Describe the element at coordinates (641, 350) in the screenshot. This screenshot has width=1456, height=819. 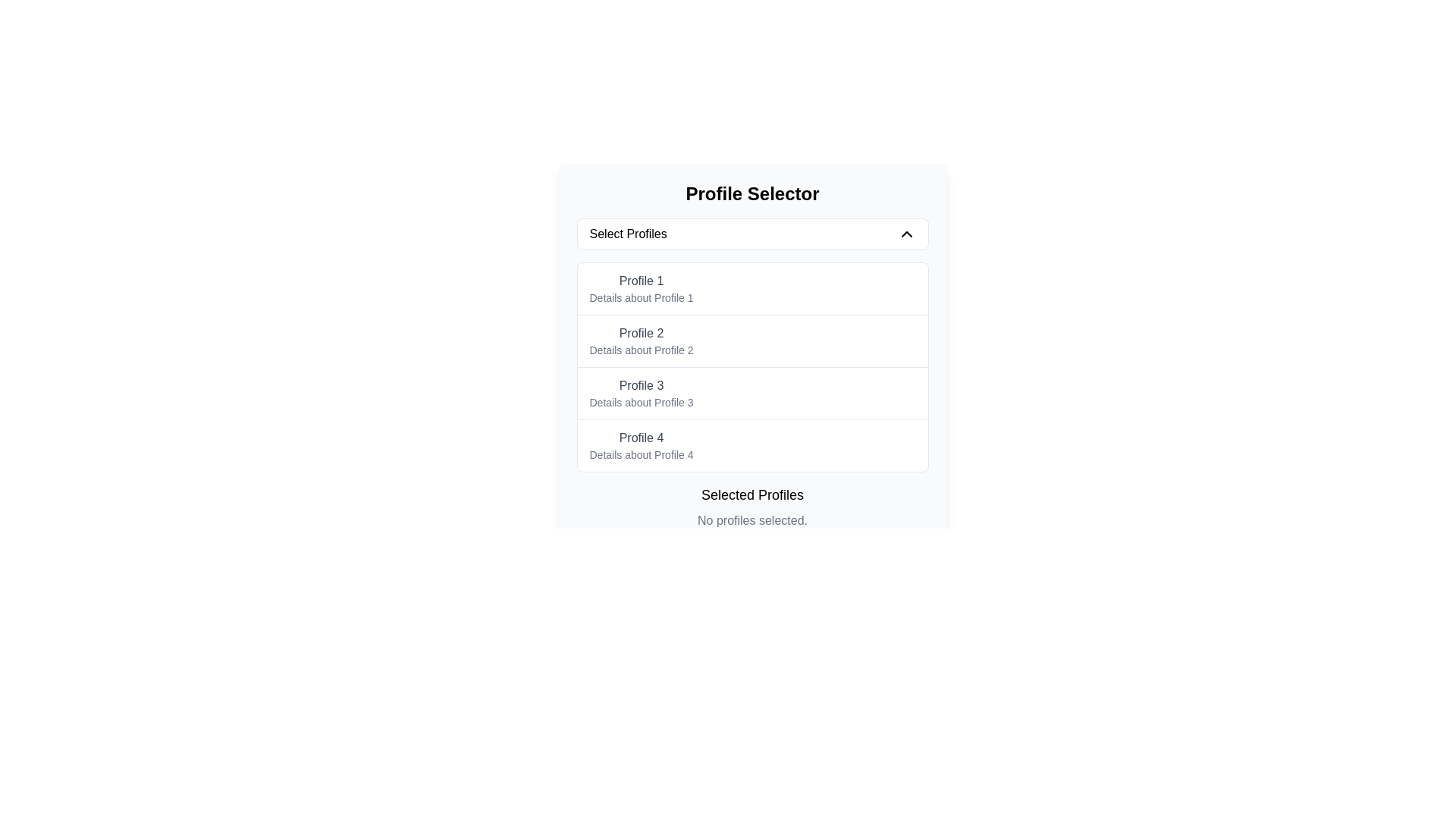
I see `the static text providing additional descriptive information about 'Profile 2' in the 'Profile Selector' dropdown` at that location.